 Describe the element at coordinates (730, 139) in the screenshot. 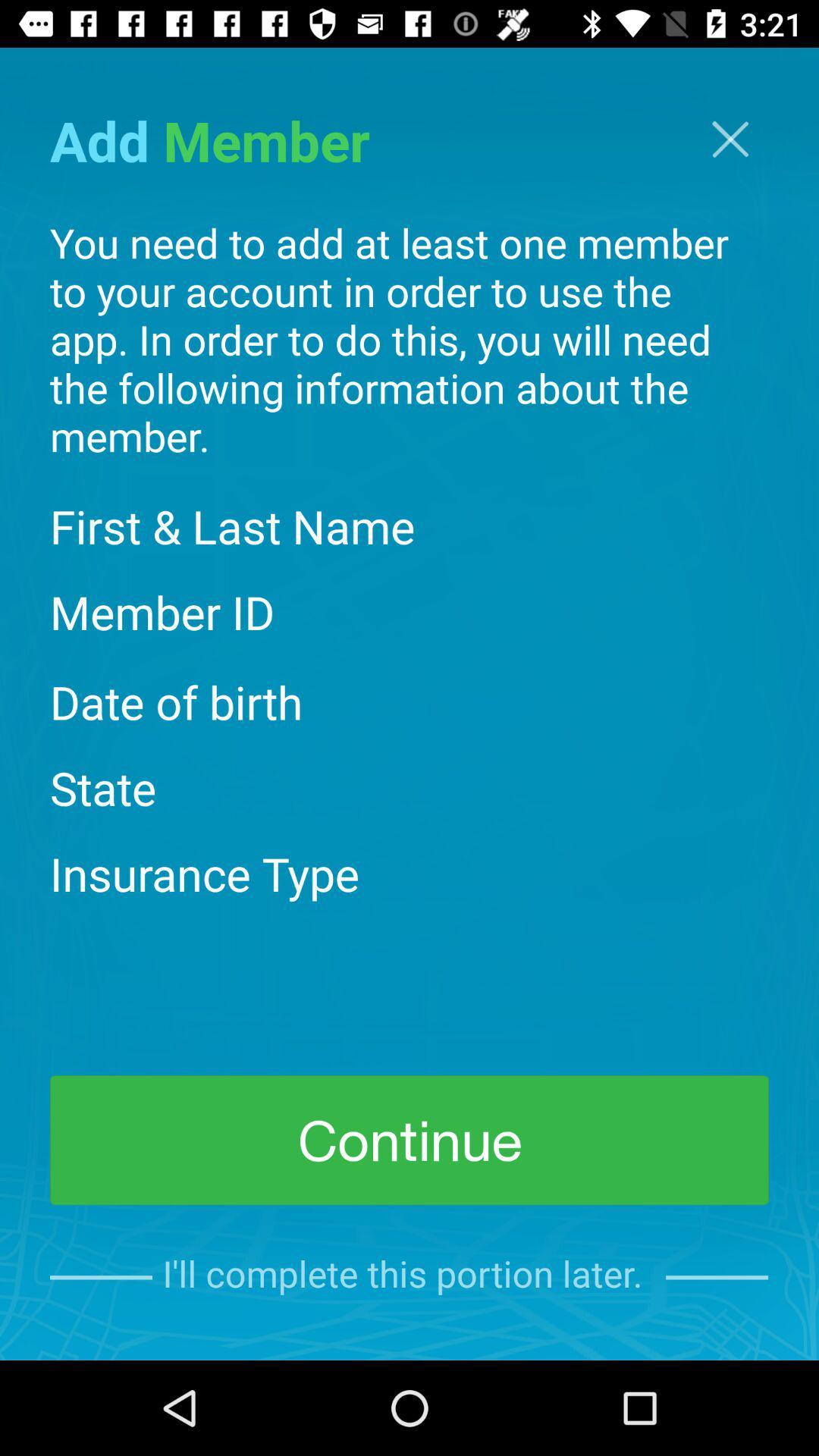

I see `icon next to add member item` at that location.